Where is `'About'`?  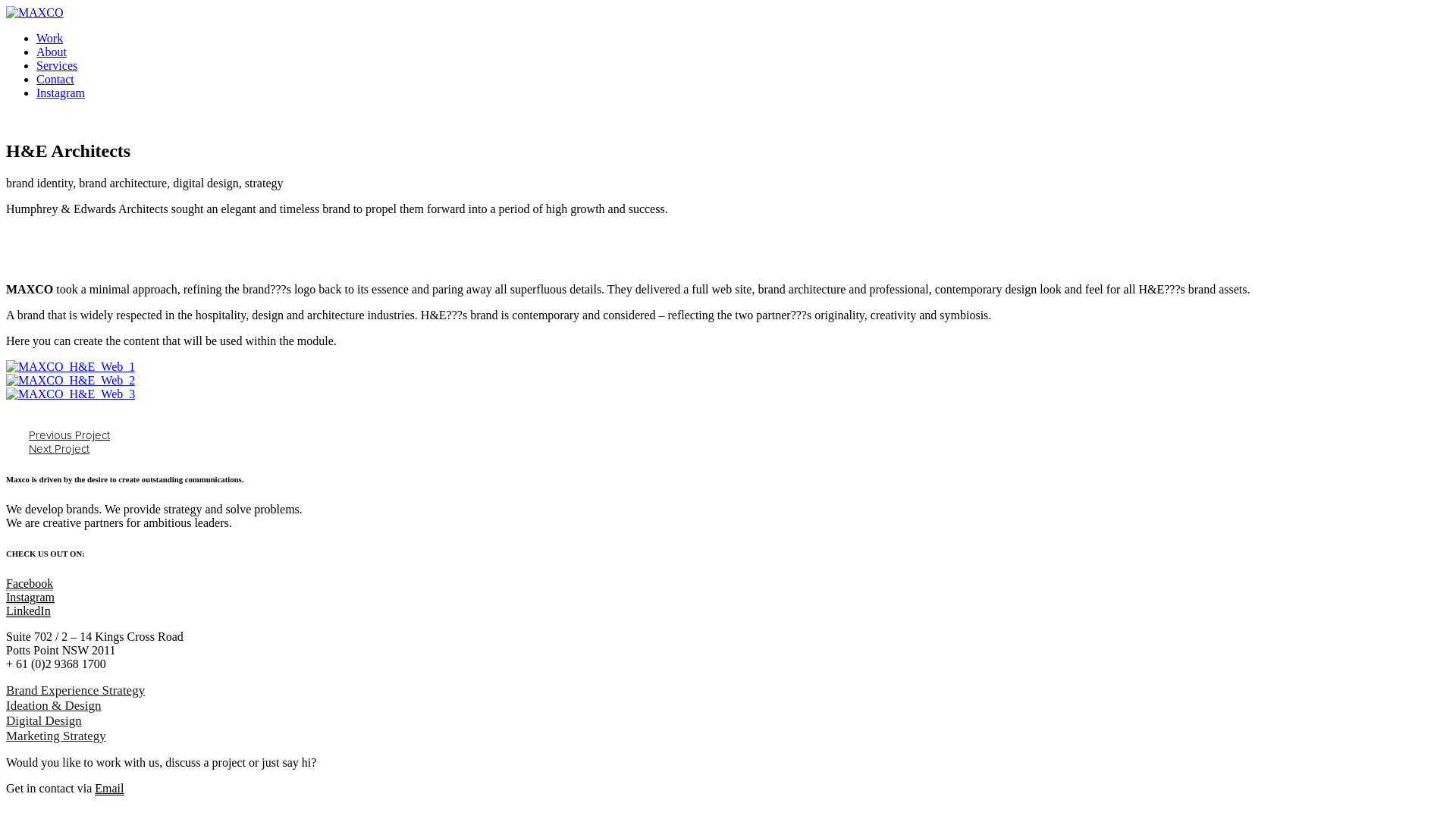 'About' is located at coordinates (51, 51).